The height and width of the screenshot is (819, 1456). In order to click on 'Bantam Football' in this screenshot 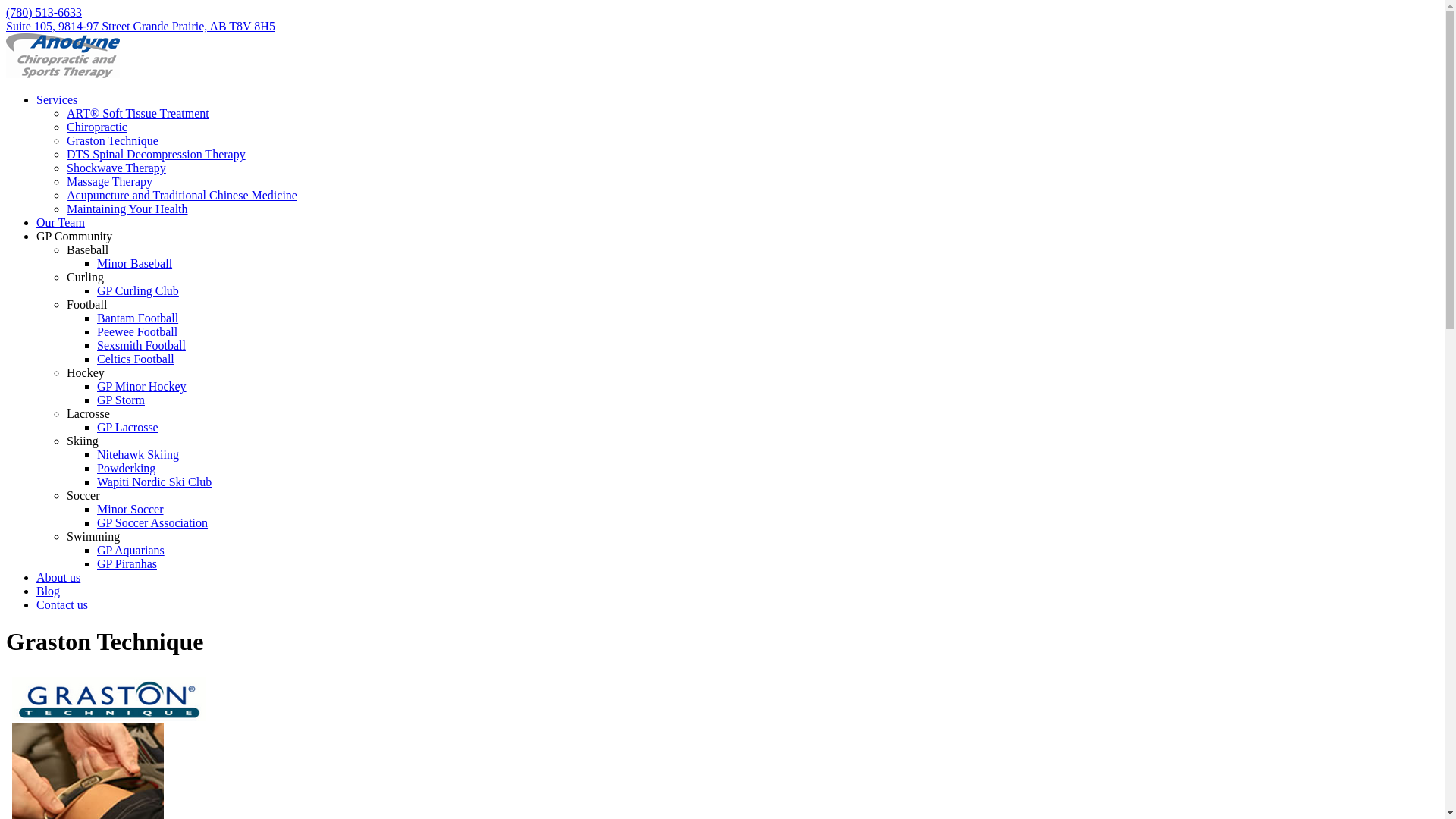, I will do `click(96, 317)`.